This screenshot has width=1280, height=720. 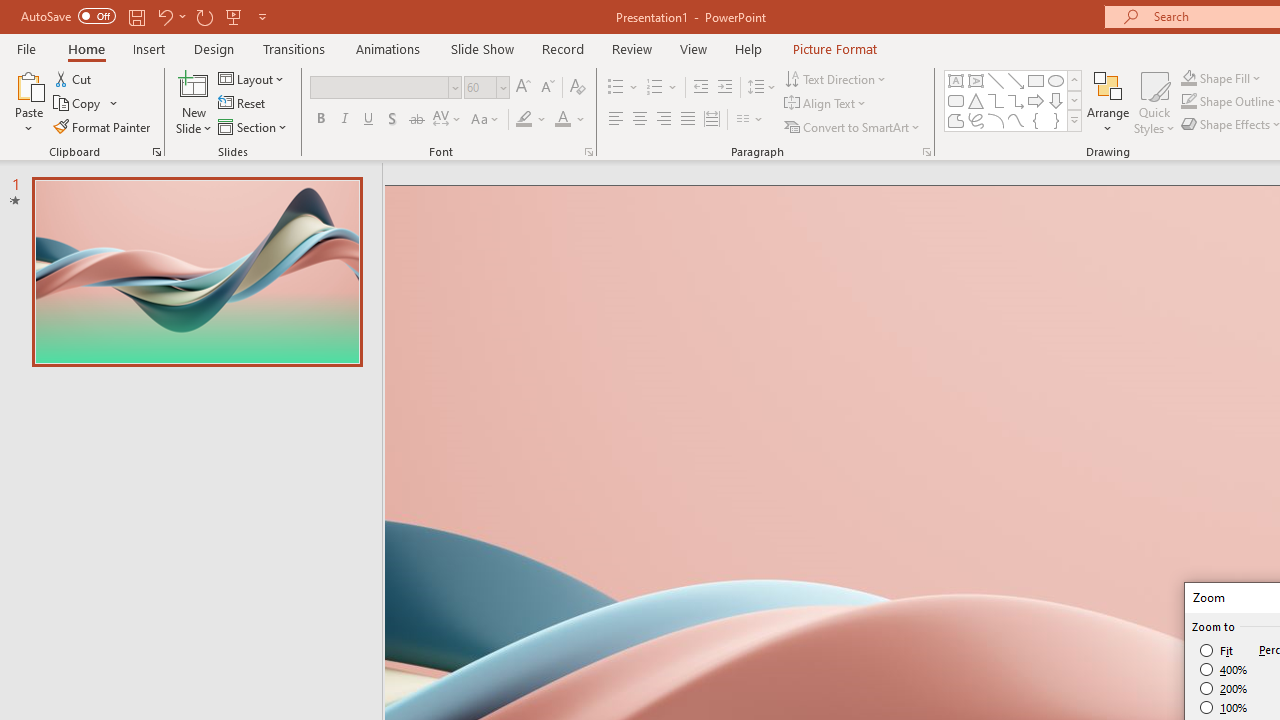 I want to click on 'Shapes', so click(x=1073, y=120).